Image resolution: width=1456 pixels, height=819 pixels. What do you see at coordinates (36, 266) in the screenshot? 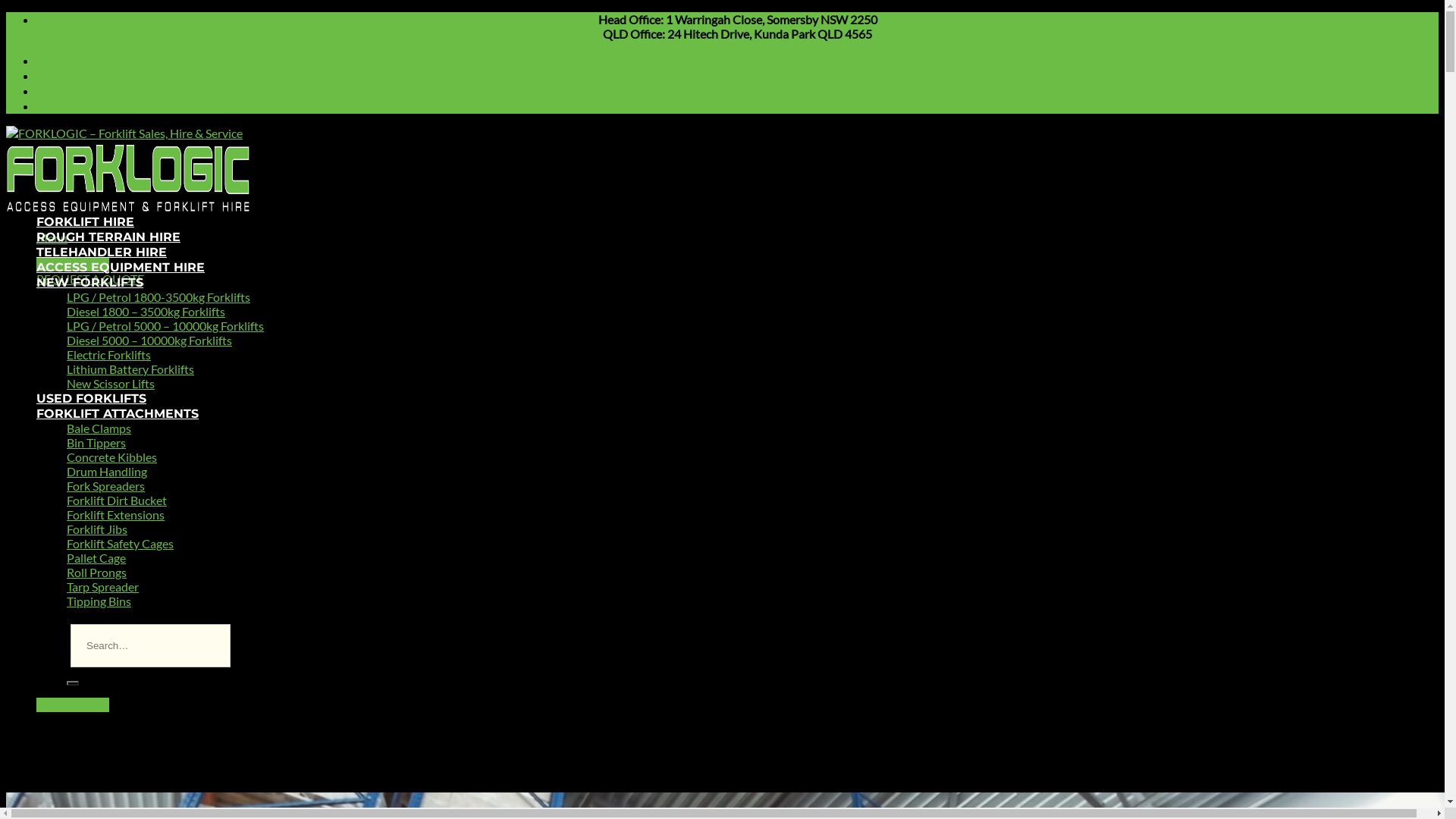
I see `'ACCESS EQUIPMENT HIRE'` at bounding box center [36, 266].